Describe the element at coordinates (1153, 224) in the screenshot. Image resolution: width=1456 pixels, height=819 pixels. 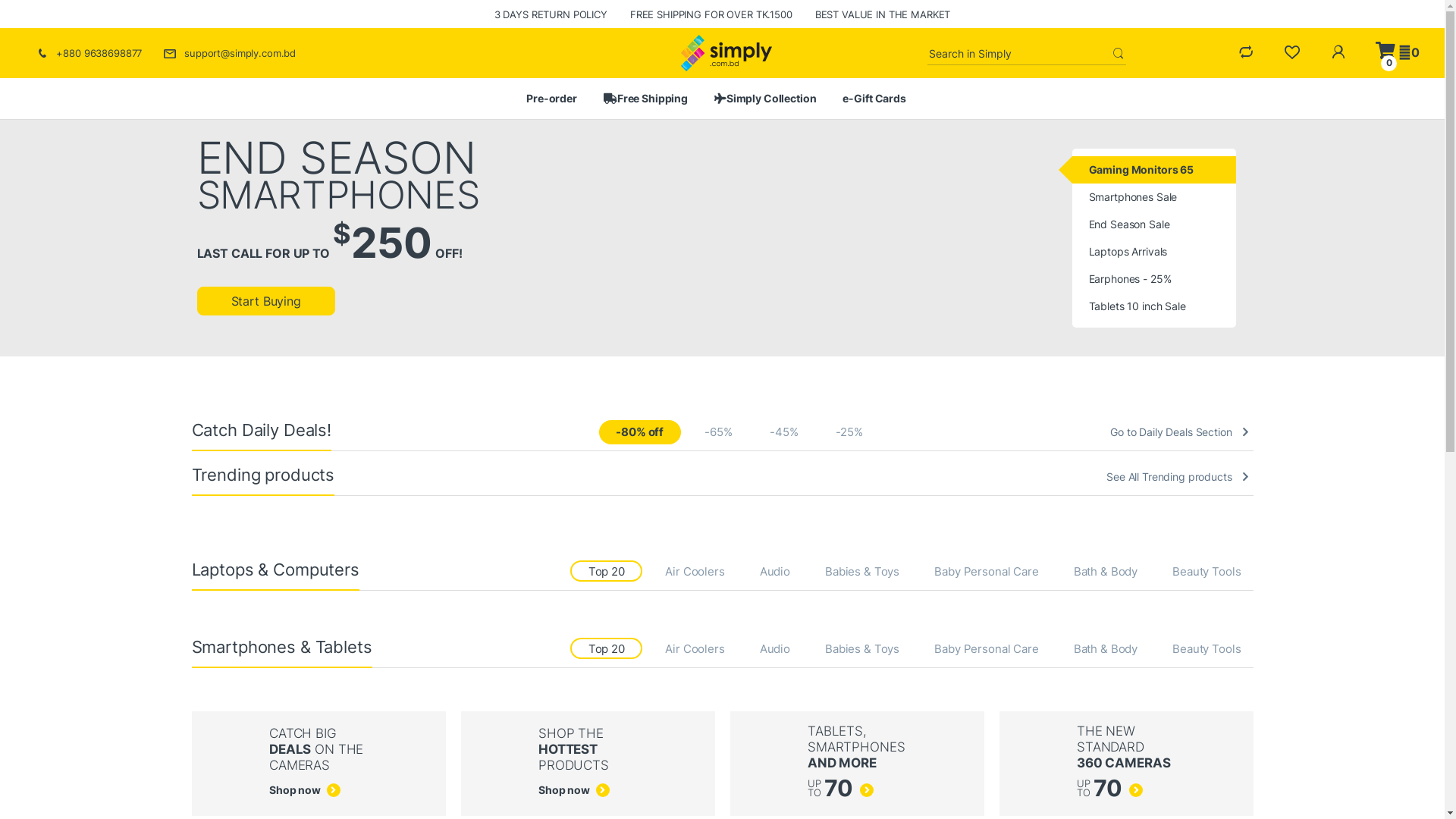
I see `'End Season Sale'` at that location.